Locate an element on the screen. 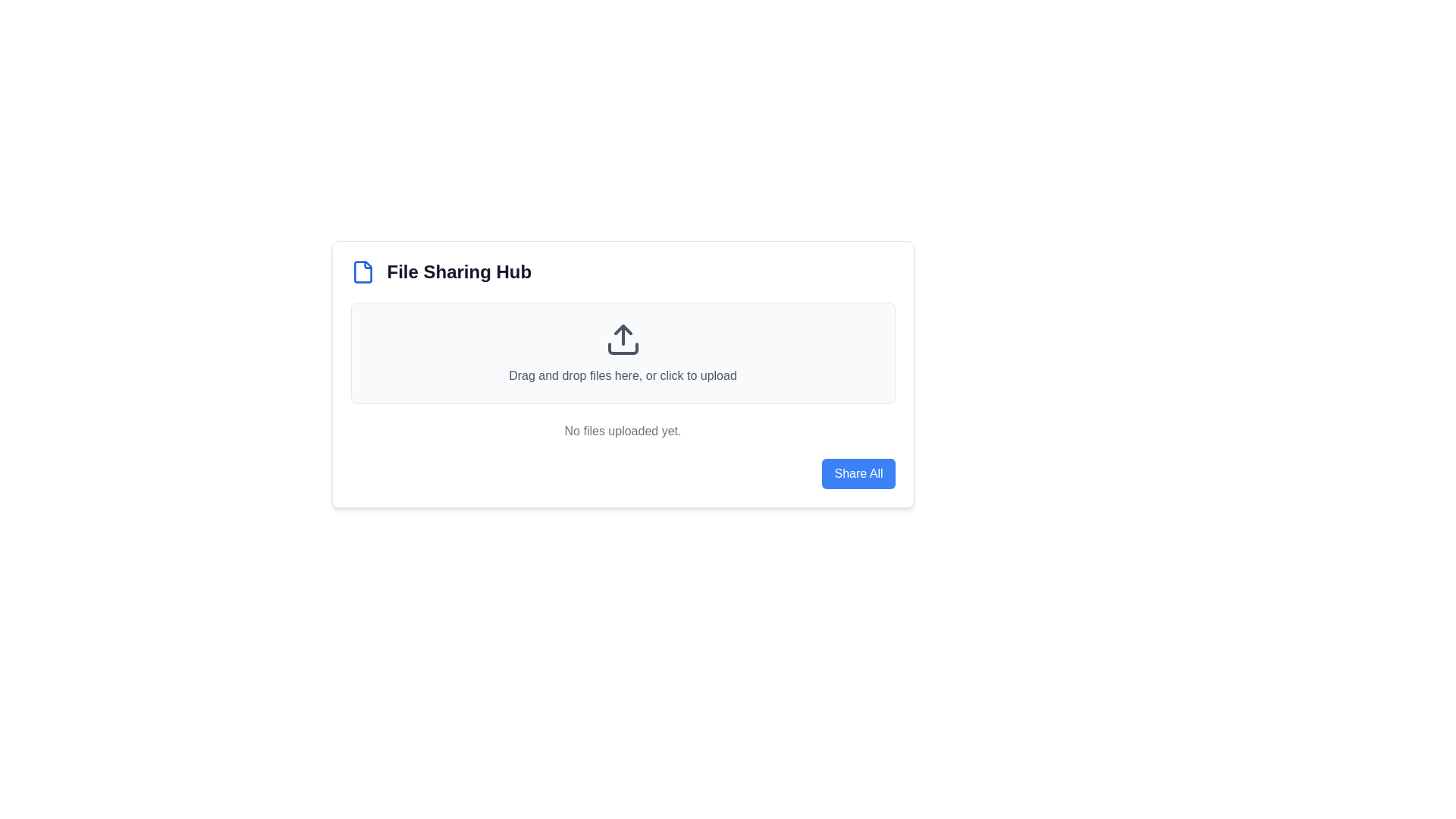 The height and width of the screenshot is (819, 1456). the bottom segment of the upload icon is located at coordinates (623, 348).